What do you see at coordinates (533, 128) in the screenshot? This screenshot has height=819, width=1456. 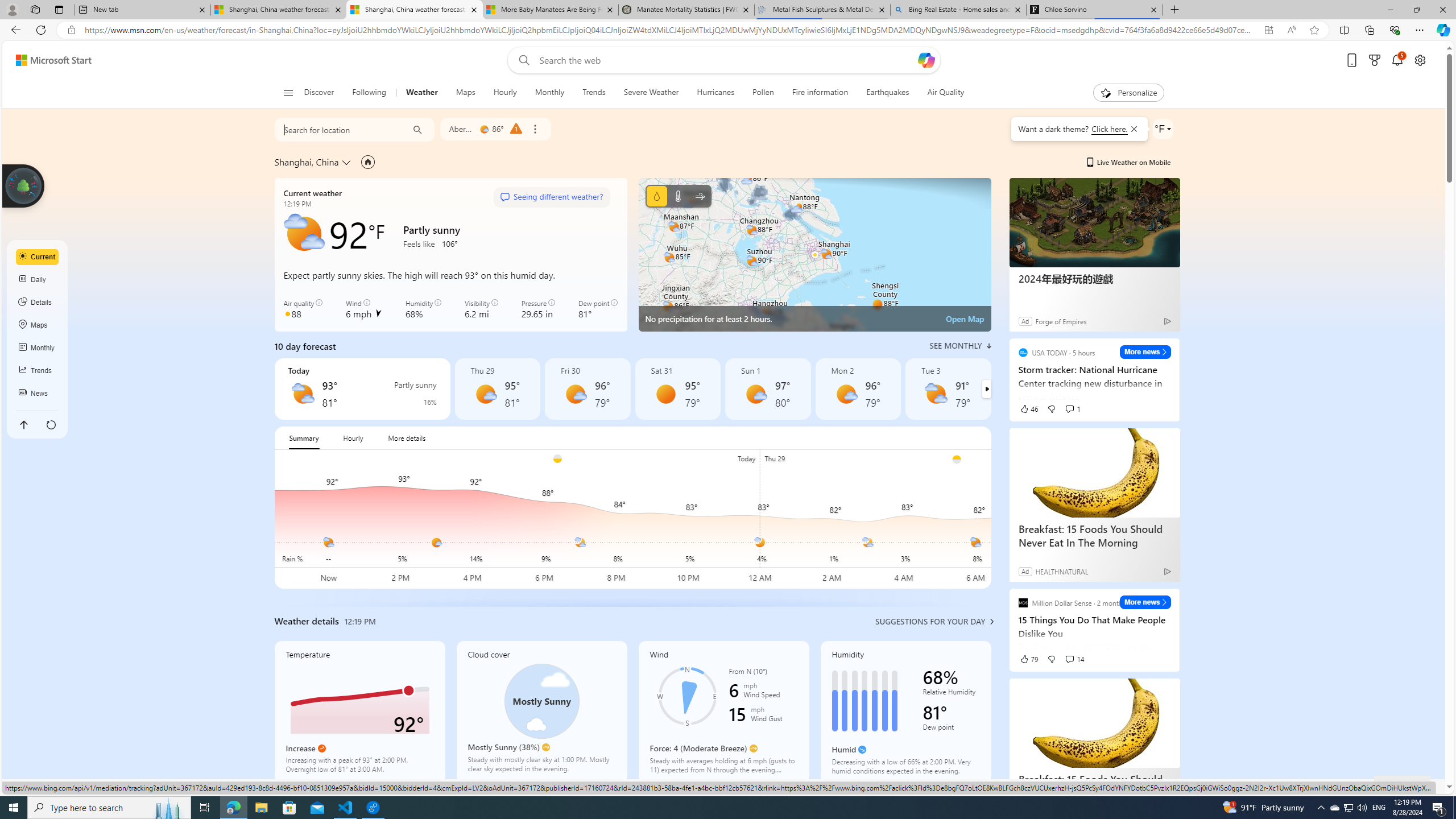 I see `'Remove location'` at bounding box center [533, 128].